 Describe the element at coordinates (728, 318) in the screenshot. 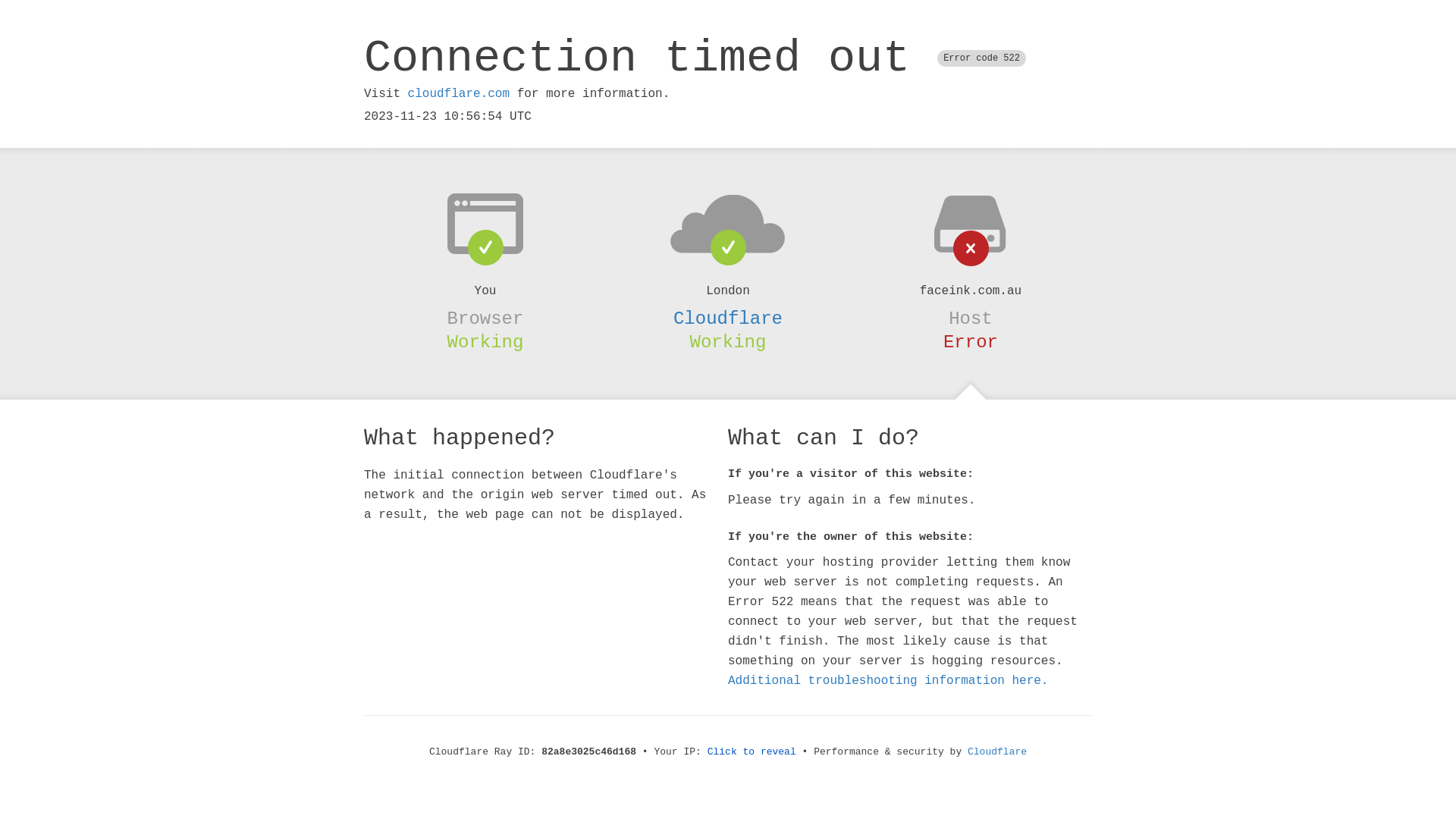

I see `'Cloudflare'` at that location.